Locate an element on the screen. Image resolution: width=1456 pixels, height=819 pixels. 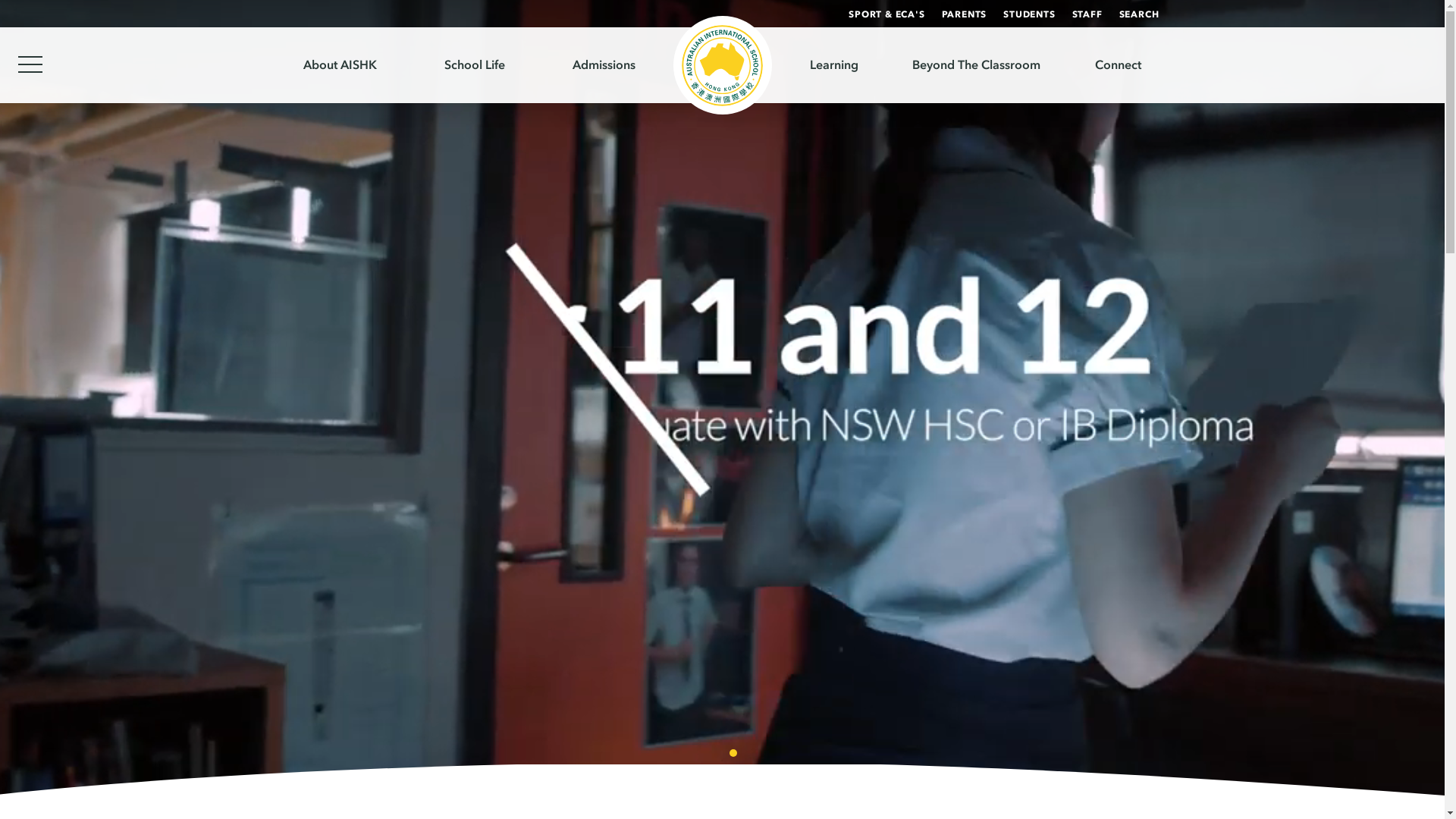
'STUDENTS' is located at coordinates (1029, 14).